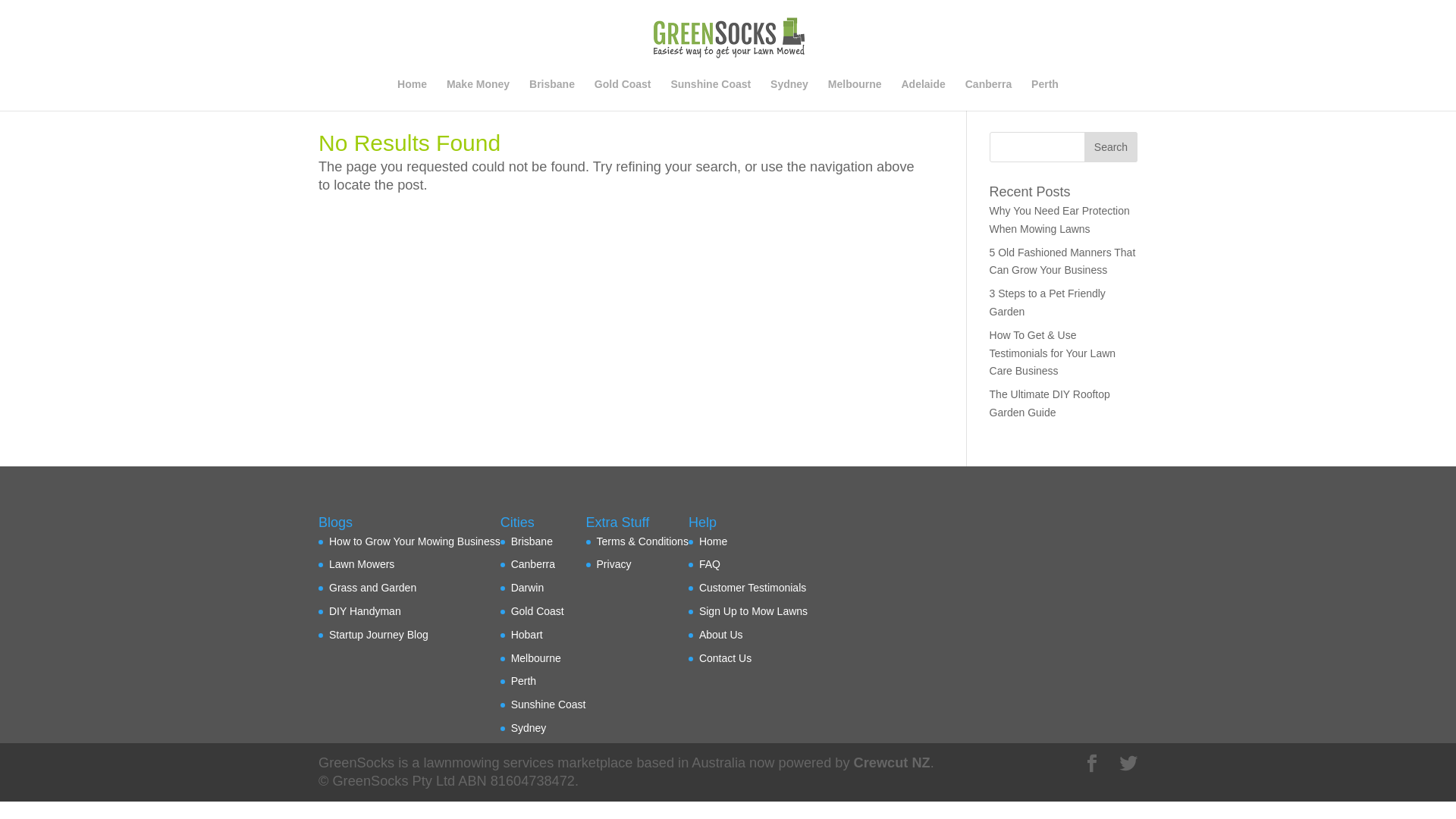 This screenshot has height=819, width=1456. I want to click on '3 Steps to a Pet Friendly Garden', so click(990, 302).